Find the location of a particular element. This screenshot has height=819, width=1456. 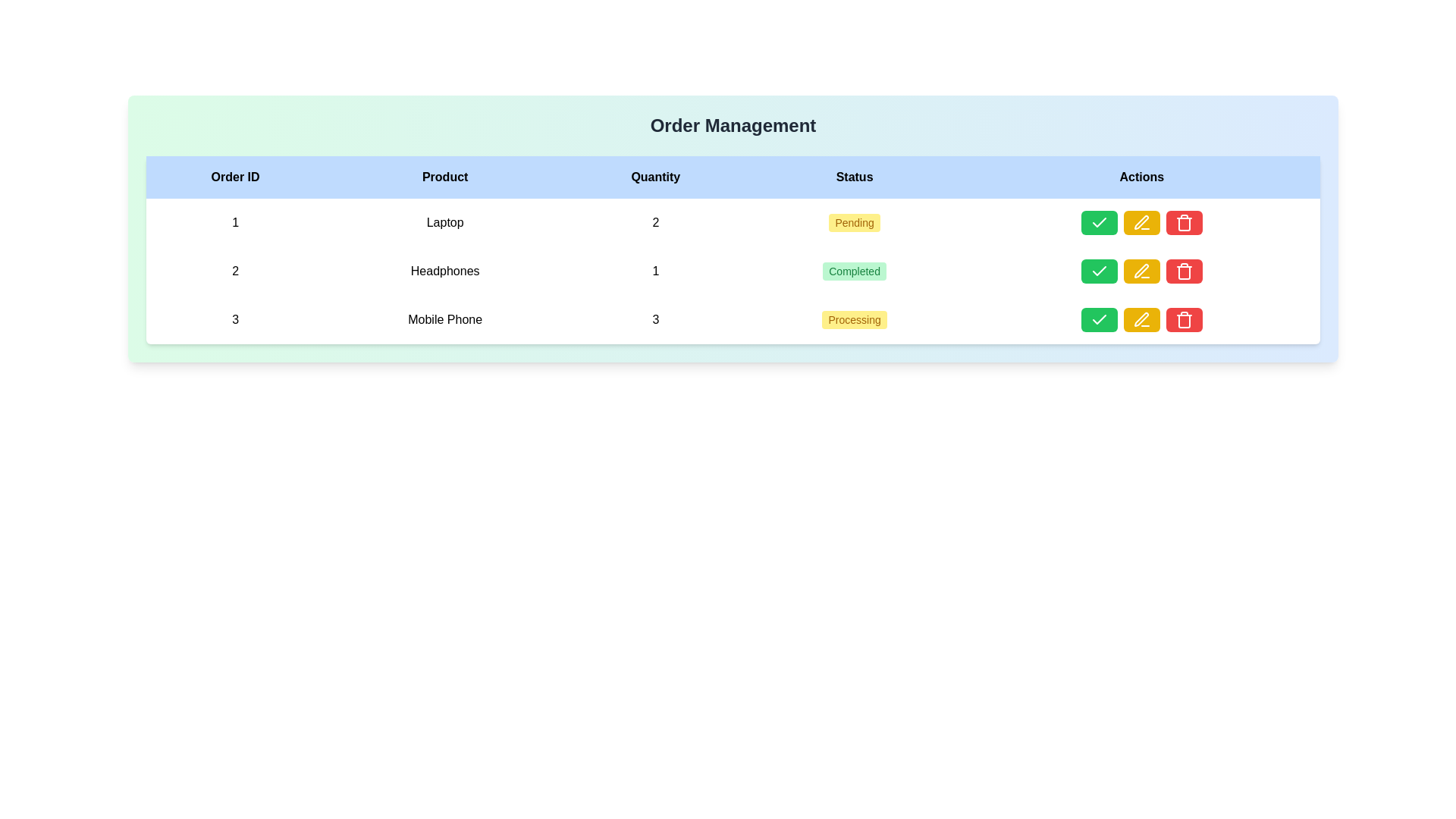

the yellow button with a pen icon in the center is located at coordinates (1141, 271).